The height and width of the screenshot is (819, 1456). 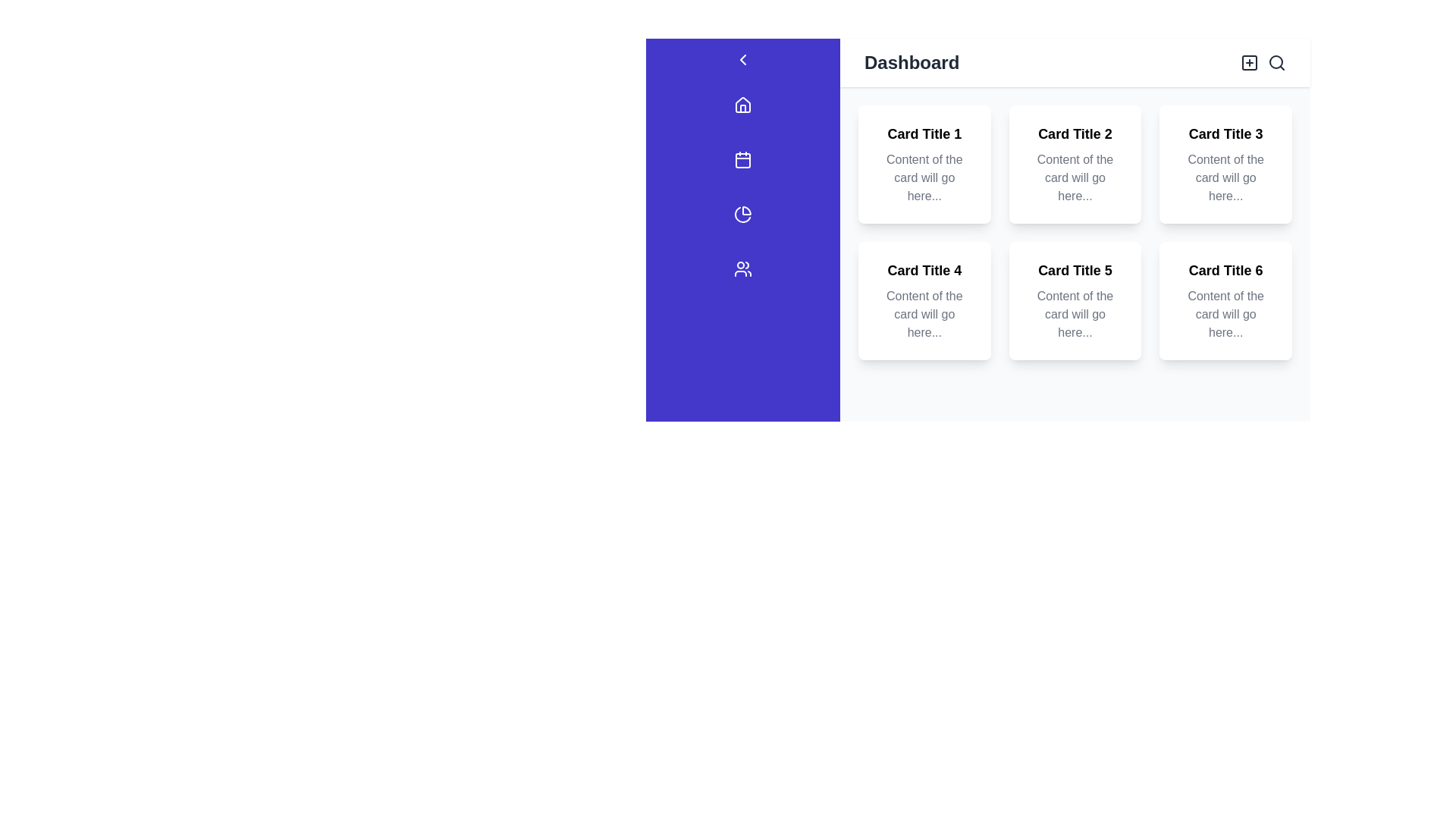 I want to click on the Text label located directly below 'Card Title 3' in the top right quadrant of the interface, so click(x=1225, y=177).